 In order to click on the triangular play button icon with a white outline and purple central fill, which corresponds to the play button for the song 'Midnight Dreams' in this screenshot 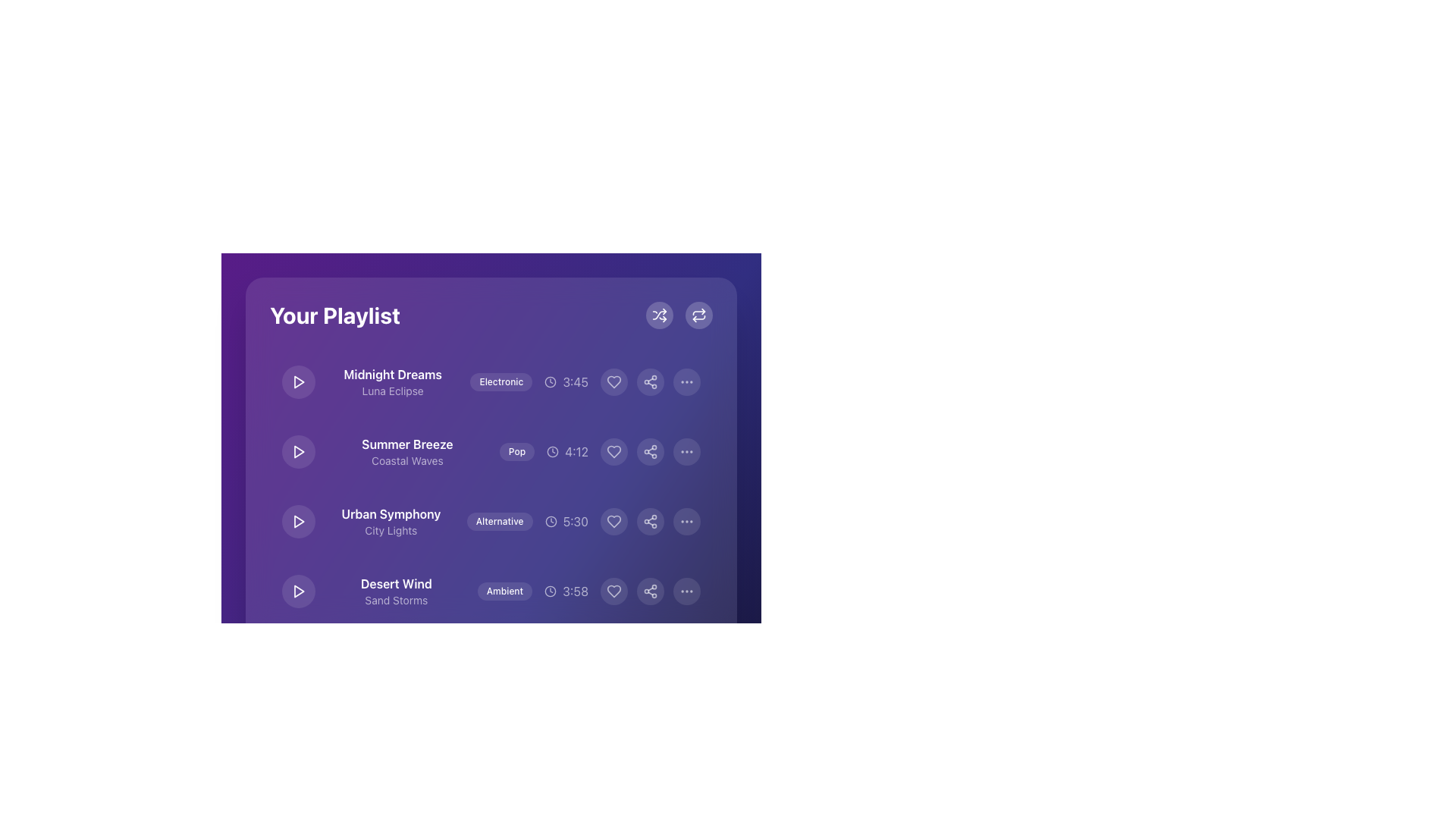, I will do `click(298, 381)`.